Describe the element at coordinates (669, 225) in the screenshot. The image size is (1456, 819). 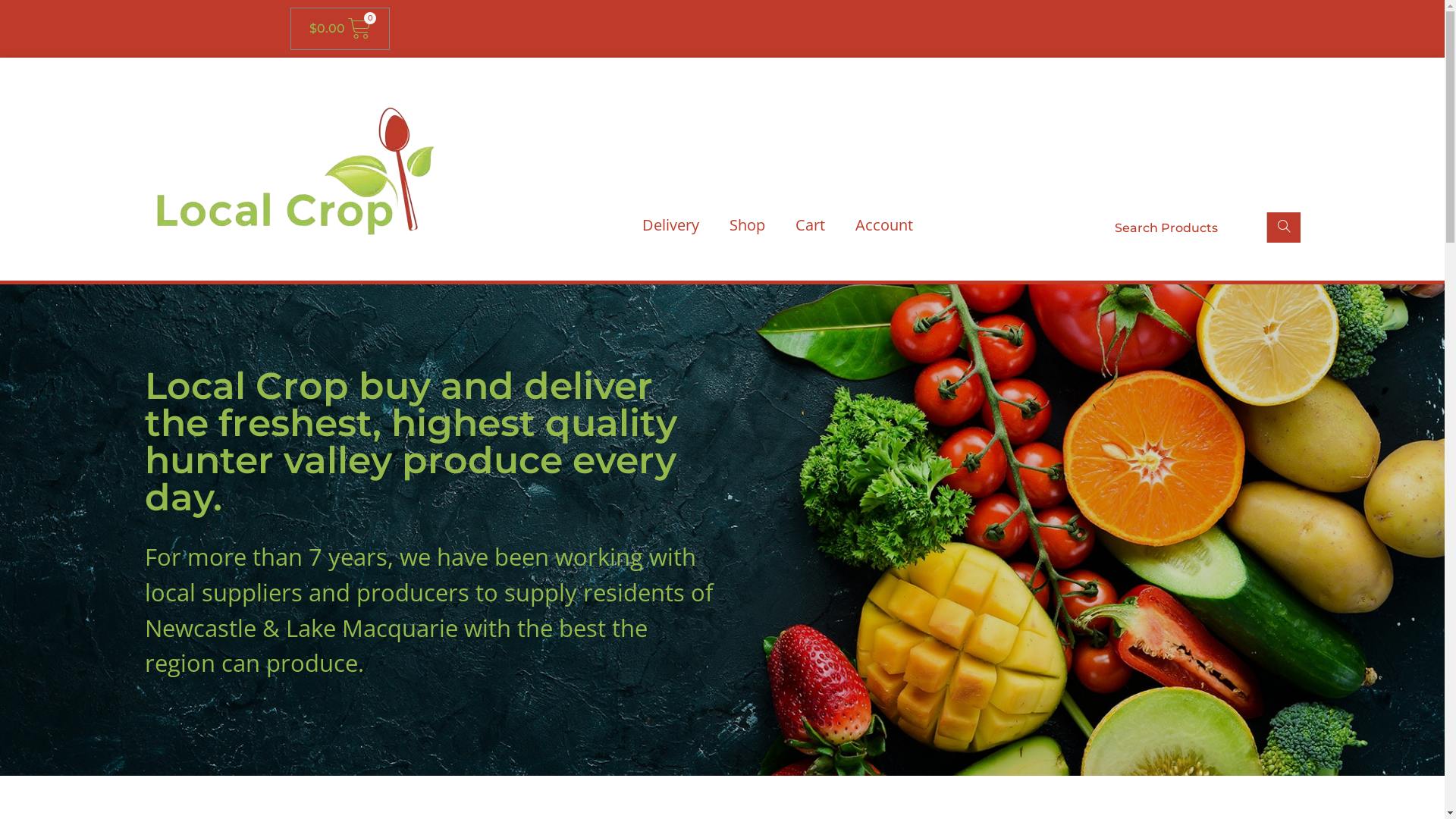
I see `'Delivery'` at that location.